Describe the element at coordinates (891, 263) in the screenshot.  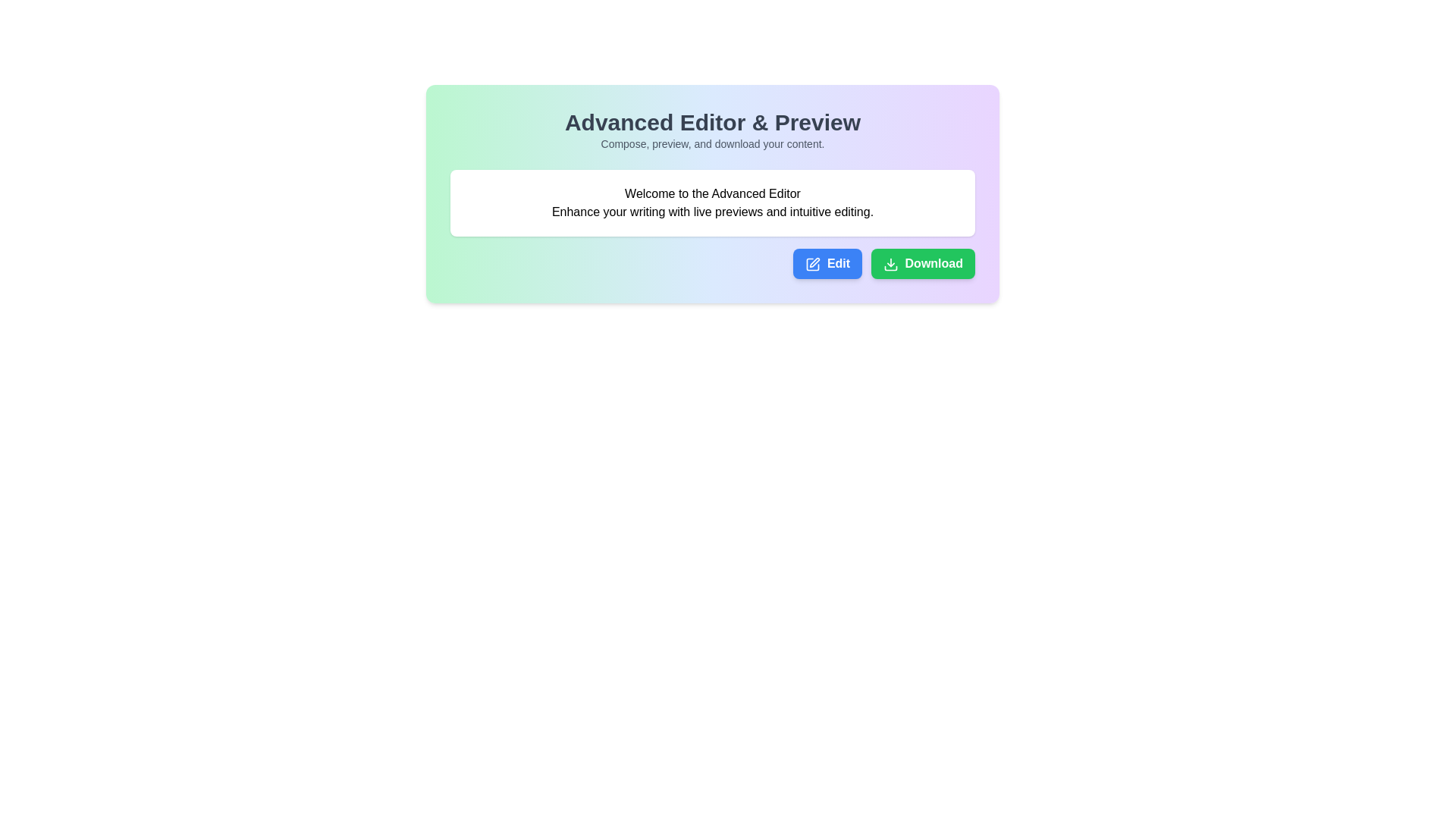
I see `the green 'Download' button containing the white download SVG icon to initiate the download action` at that location.